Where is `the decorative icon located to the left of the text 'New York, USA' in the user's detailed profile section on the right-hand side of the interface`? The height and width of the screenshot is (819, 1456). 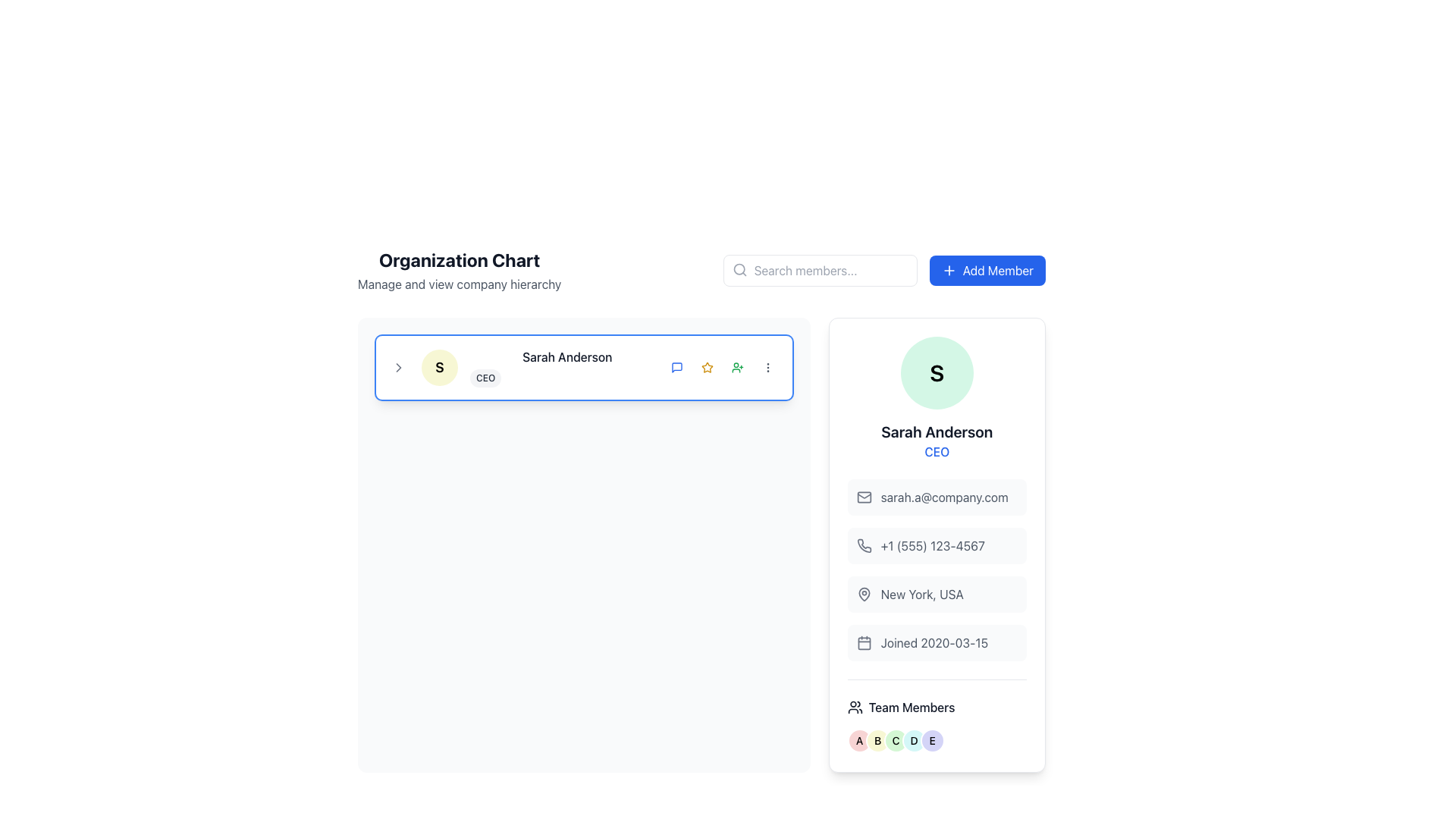 the decorative icon located to the left of the text 'New York, USA' in the user's detailed profile section on the right-hand side of the interface is located at coordinates (864, 593).